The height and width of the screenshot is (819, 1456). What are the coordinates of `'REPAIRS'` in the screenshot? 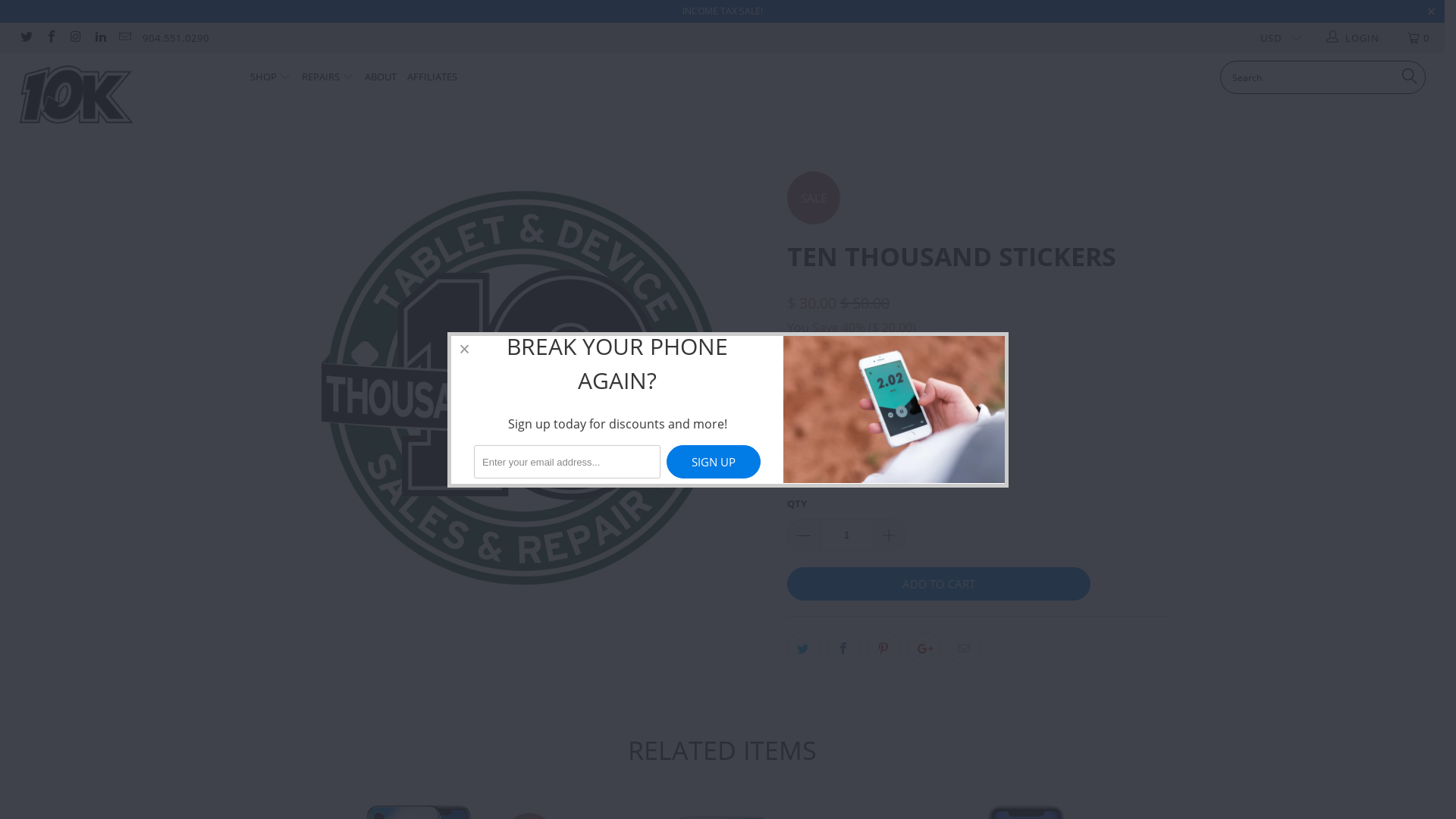 It's located at (327, 77).